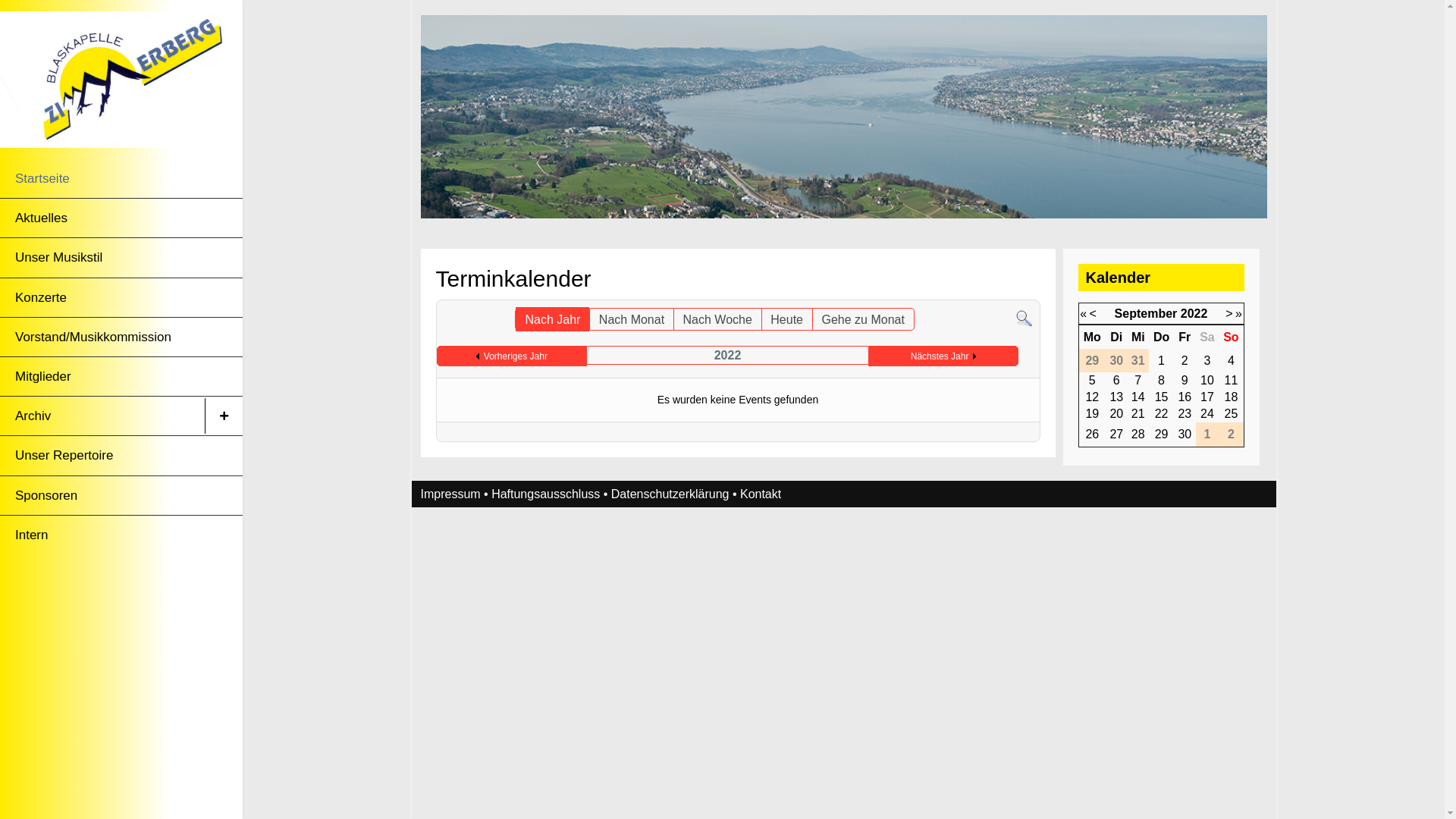  Describe the element at coordinates (1207, 396) in the screenshot. I see `'17'` at that location.